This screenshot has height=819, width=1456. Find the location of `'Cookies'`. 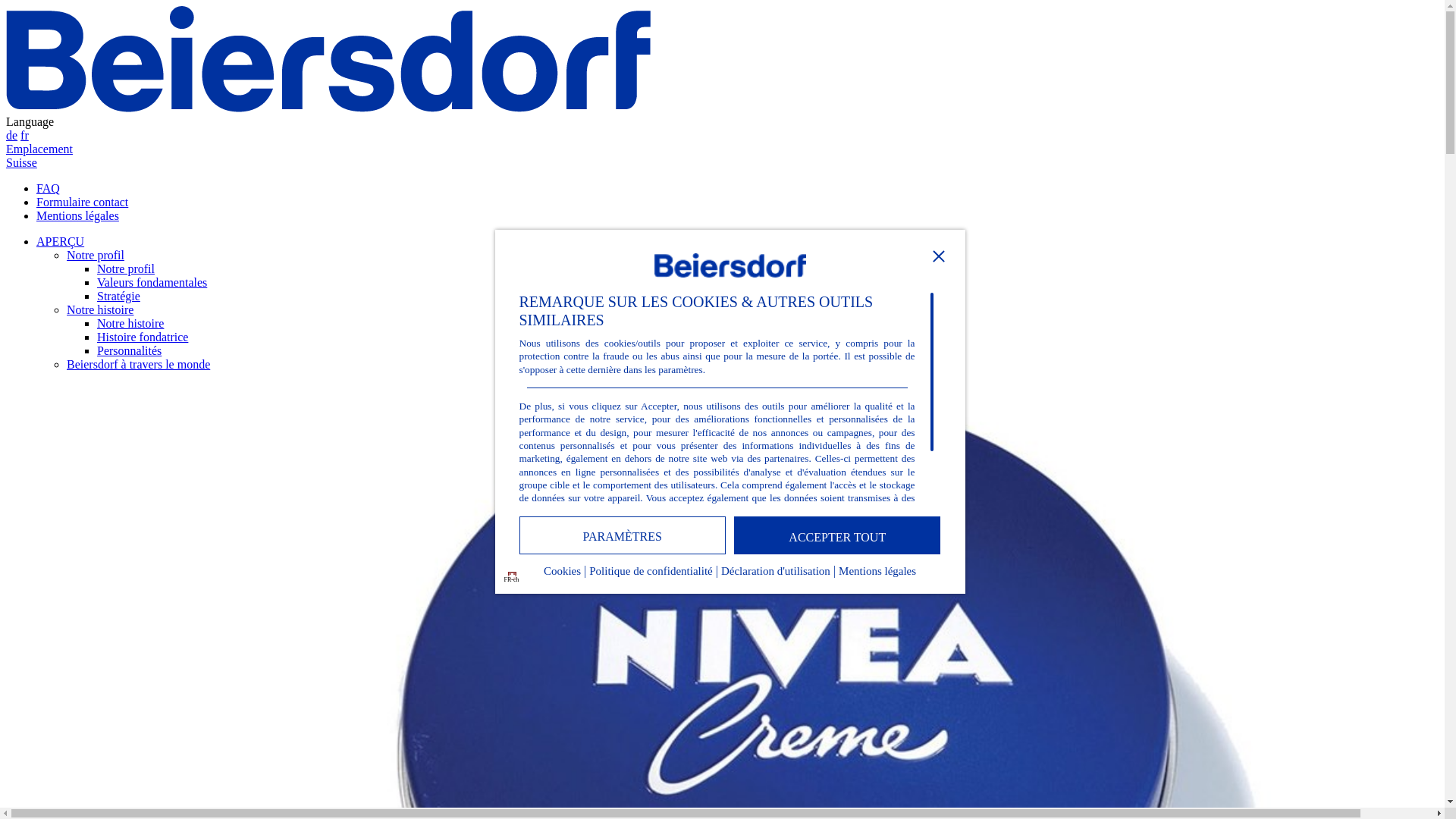

'Cookies' is located at coordinates (561, 574).